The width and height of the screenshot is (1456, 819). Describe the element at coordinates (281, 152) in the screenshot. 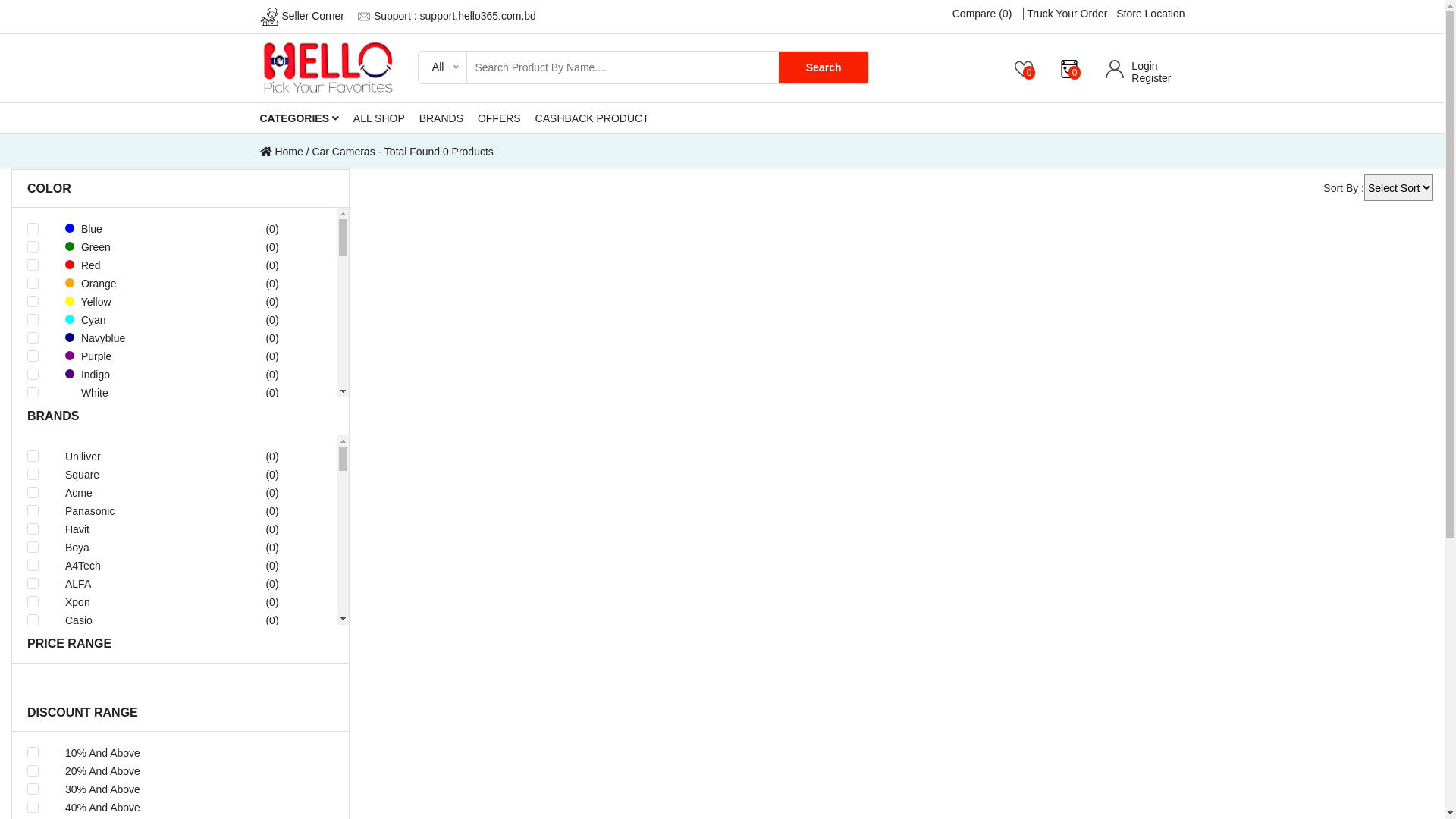

I see `'Home'` at that location.